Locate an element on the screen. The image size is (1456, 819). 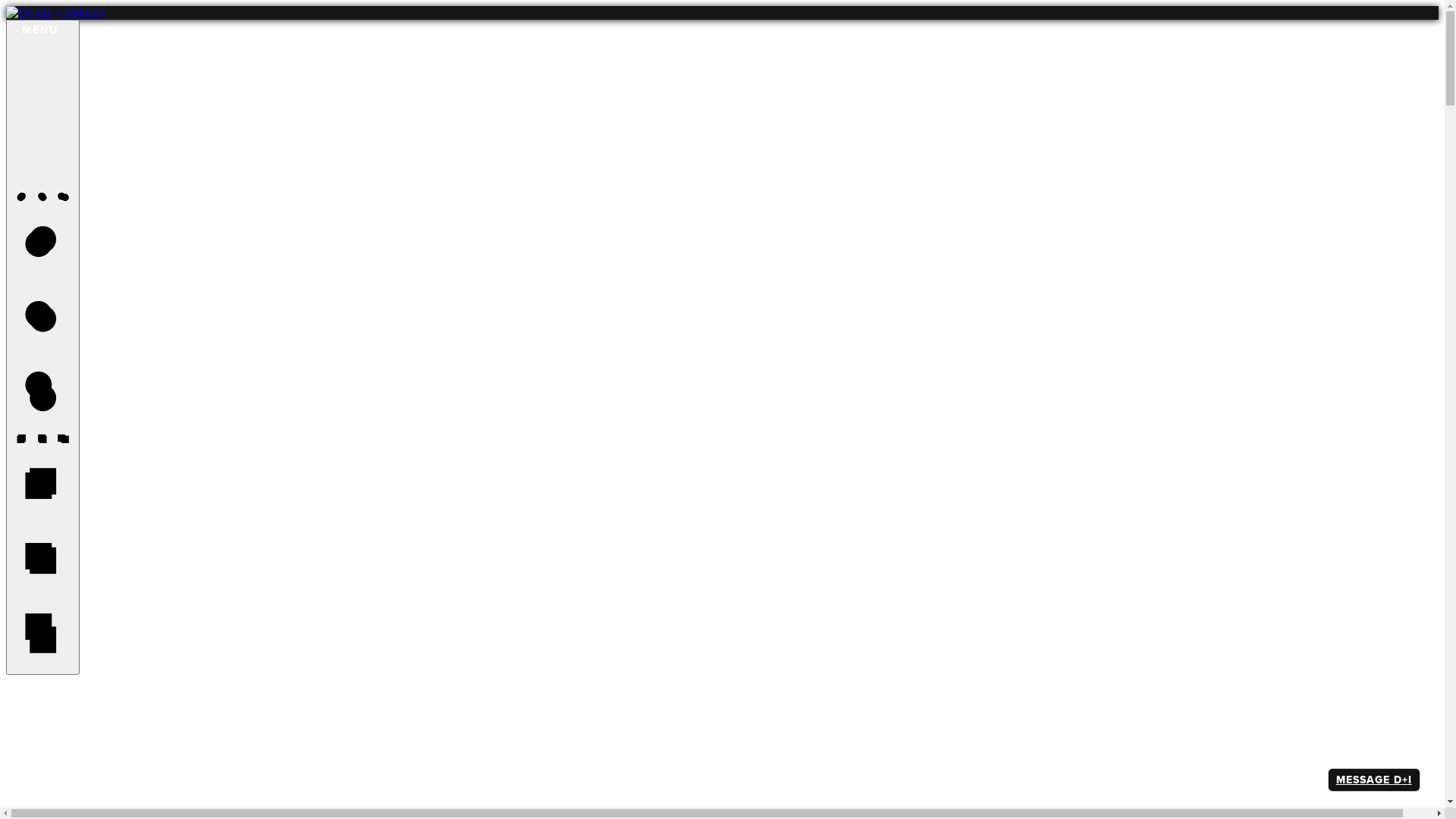
'MESSAGE D+I' is located at coordinates (1373, 780).